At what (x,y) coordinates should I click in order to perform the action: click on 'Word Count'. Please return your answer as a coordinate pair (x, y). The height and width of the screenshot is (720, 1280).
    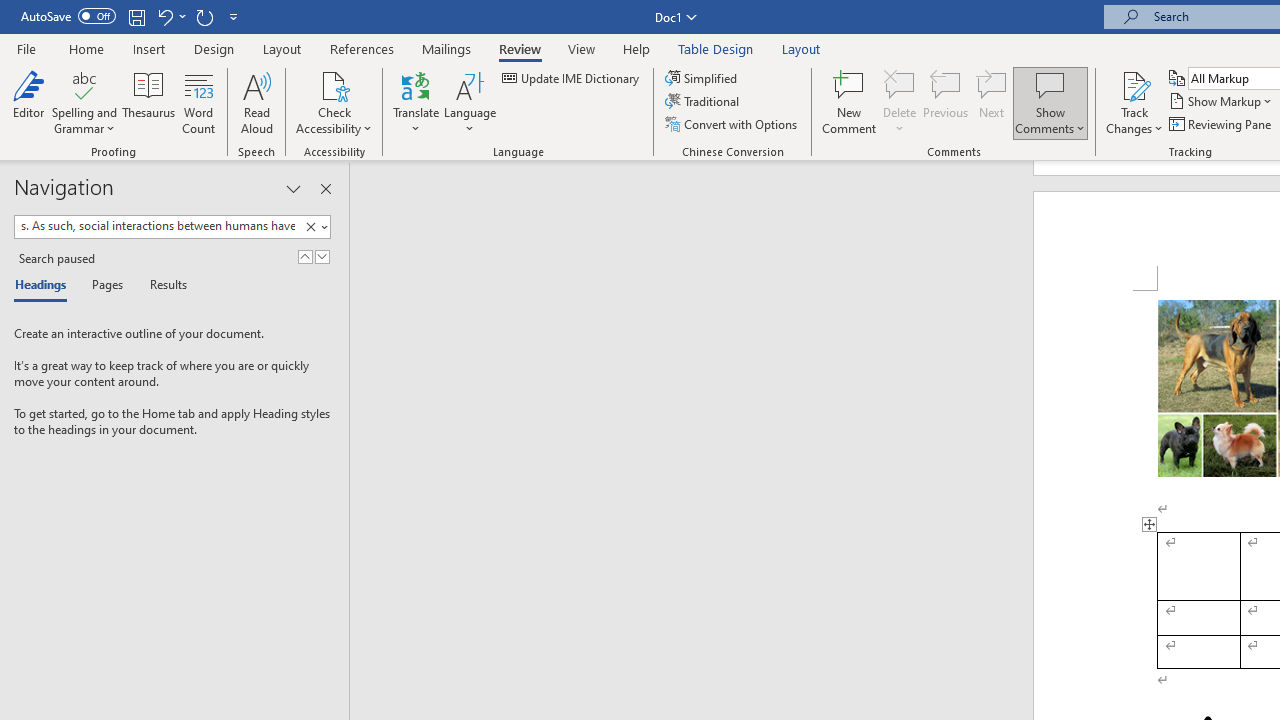
    Looking at the image, I should click on (199, 103).